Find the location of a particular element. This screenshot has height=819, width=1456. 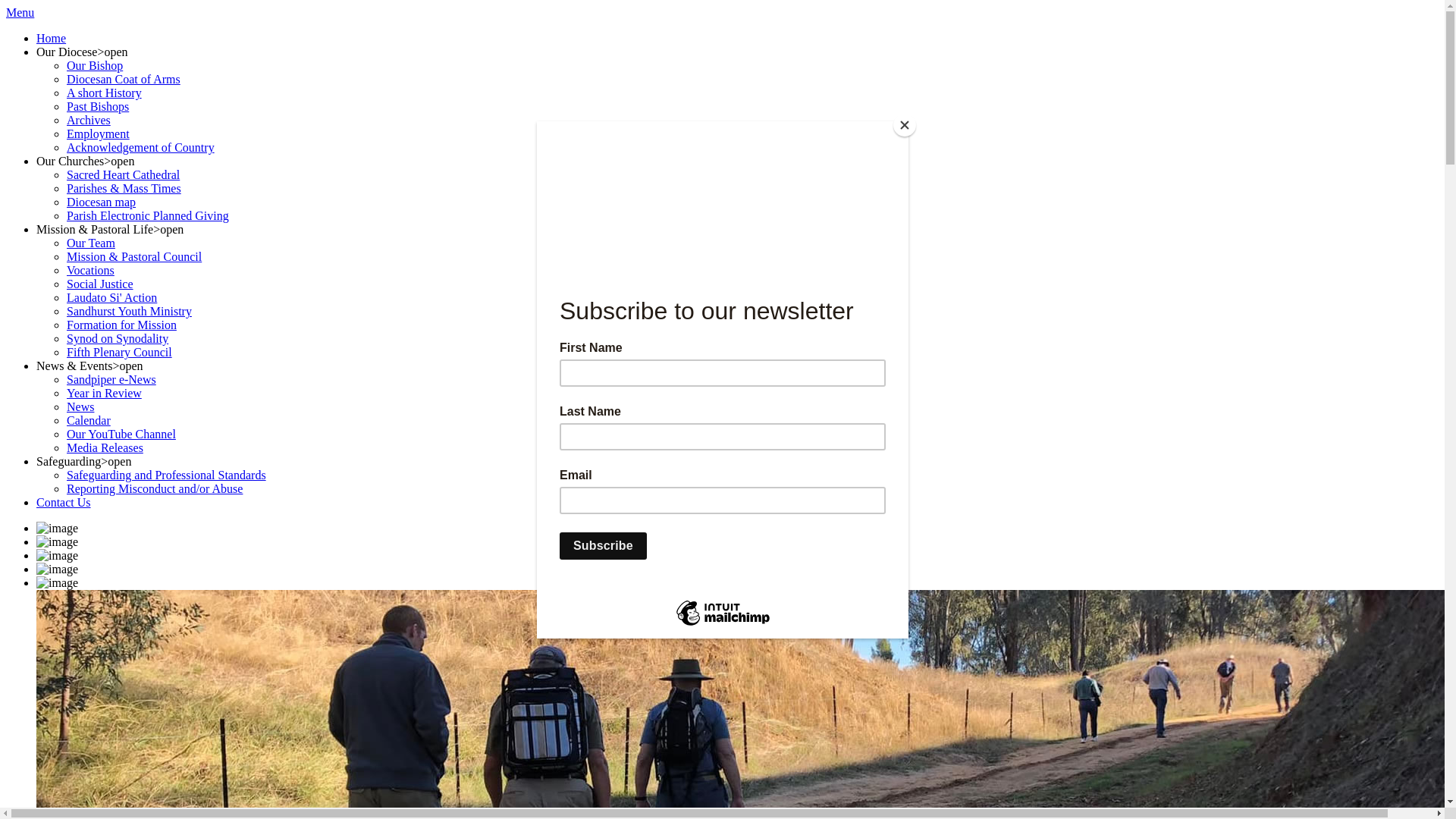

'Mission & Pastoral Council' is located at coordinates (134, 256).